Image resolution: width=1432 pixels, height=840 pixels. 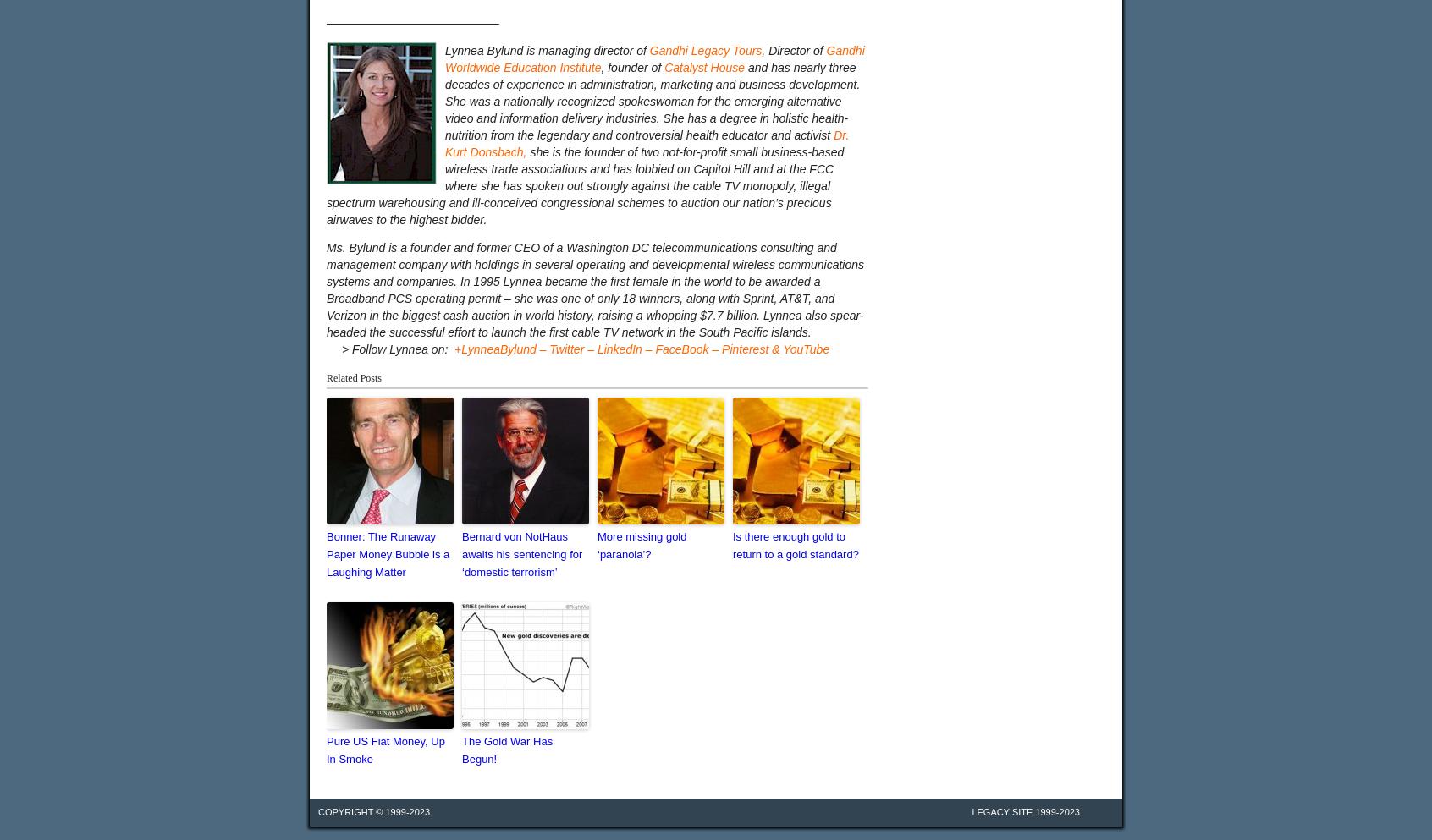 What do you see at coordinates (744, 348) in the screenshot?
I see `'Pinterest'` at bounding box center [744, 348].